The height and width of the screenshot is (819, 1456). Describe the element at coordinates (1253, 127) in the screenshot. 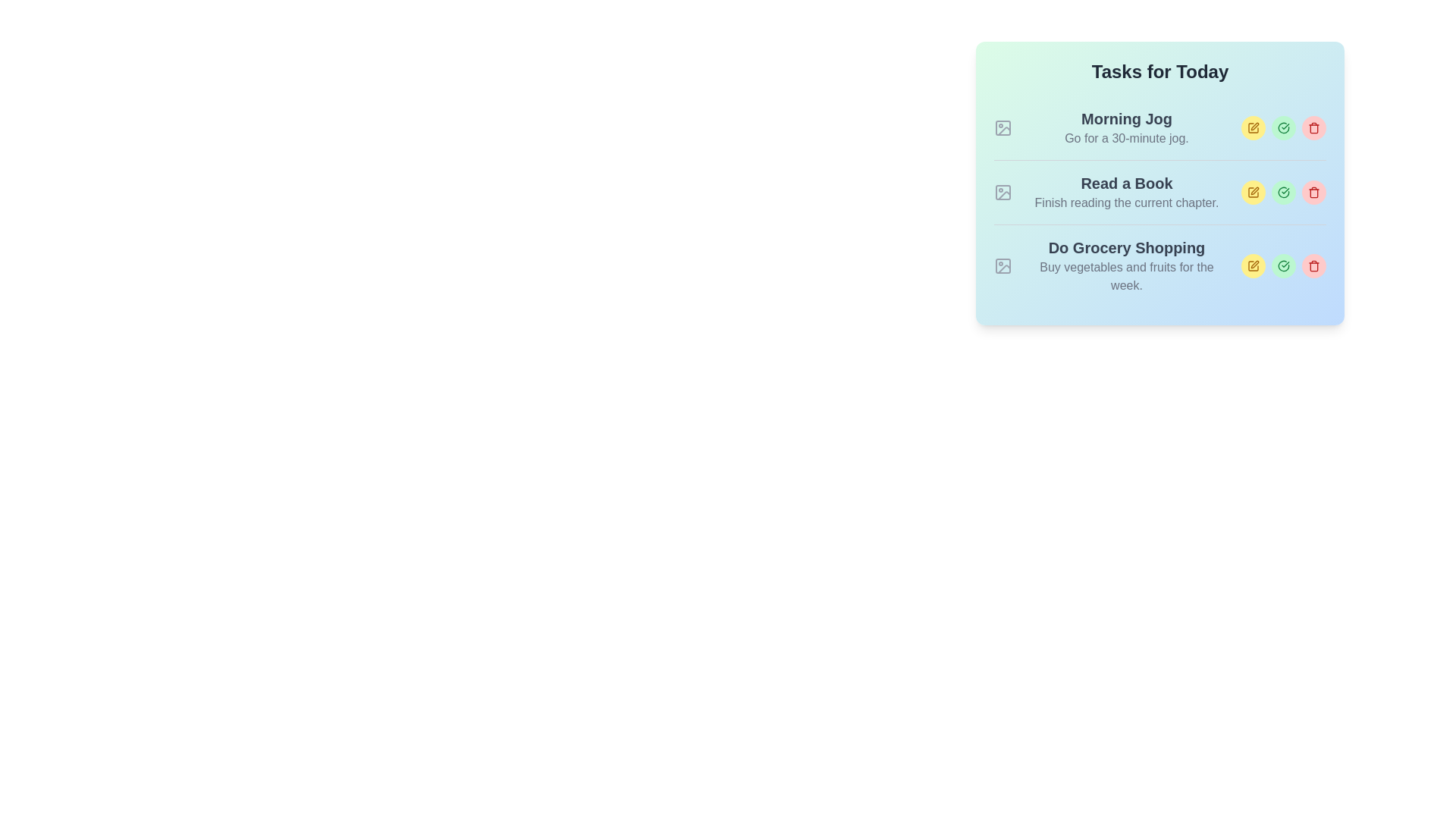

I see `the yellow circular edit button with a pen-like symbol for the 'Morning Jog' task` at that location.